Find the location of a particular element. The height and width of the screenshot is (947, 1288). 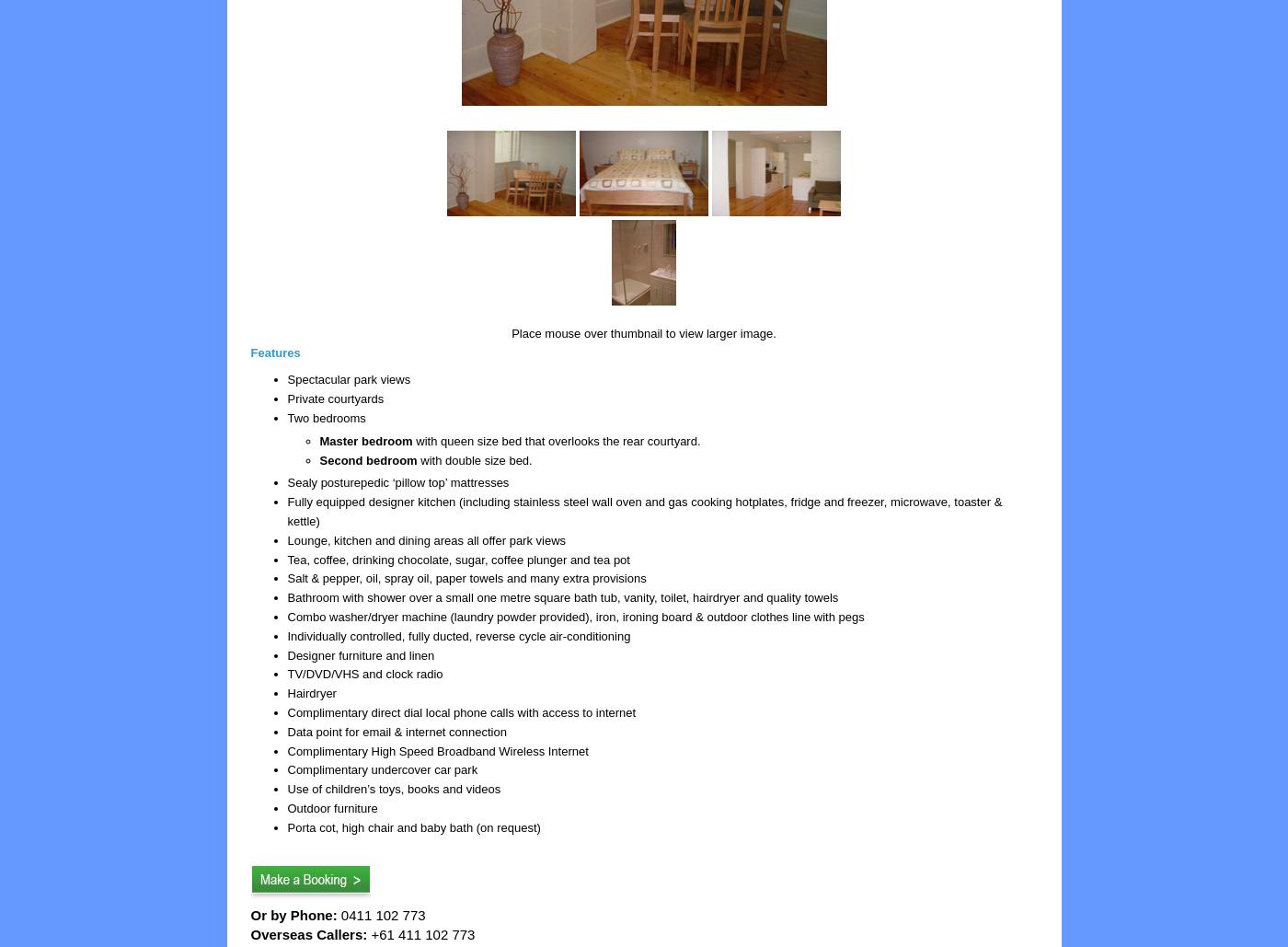

'Spectacular park views' is located at coordinates (348, 378).